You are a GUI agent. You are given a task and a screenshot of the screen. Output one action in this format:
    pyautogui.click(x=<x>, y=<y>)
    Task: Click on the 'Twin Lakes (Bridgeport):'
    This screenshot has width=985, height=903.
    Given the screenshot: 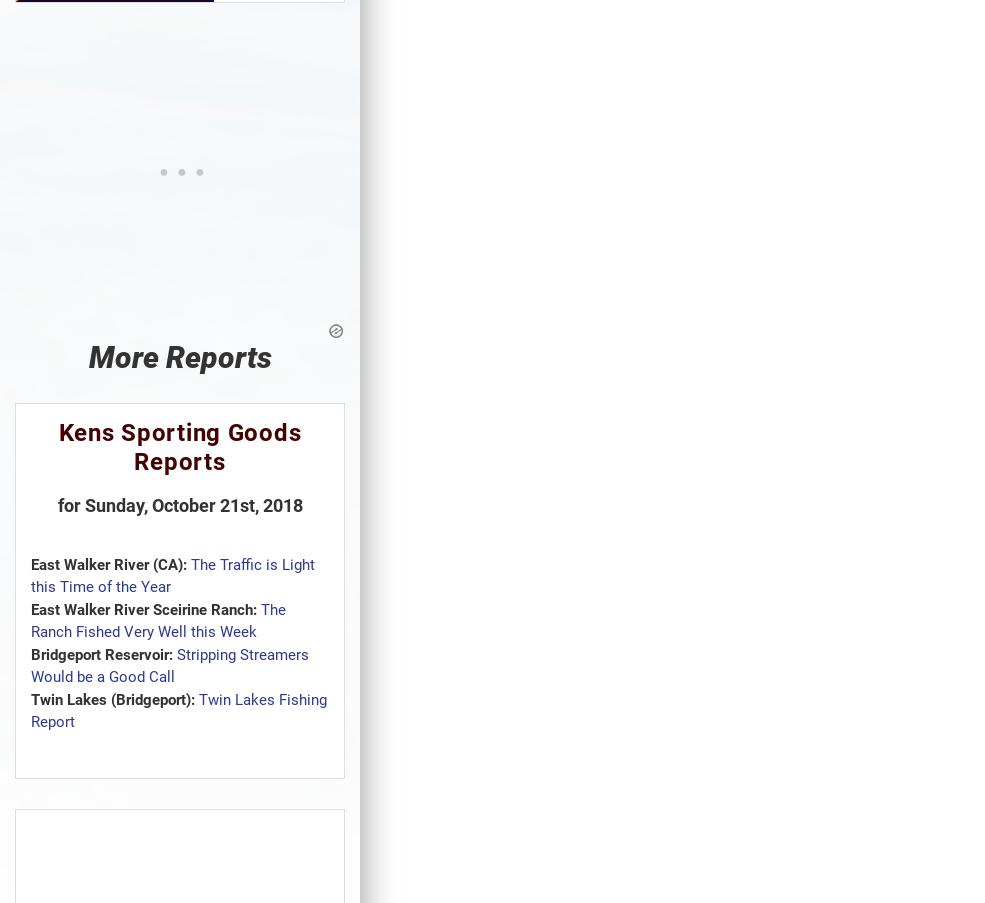 What is the action you would take?
    pyautogui.click(x=112, y=698)
    